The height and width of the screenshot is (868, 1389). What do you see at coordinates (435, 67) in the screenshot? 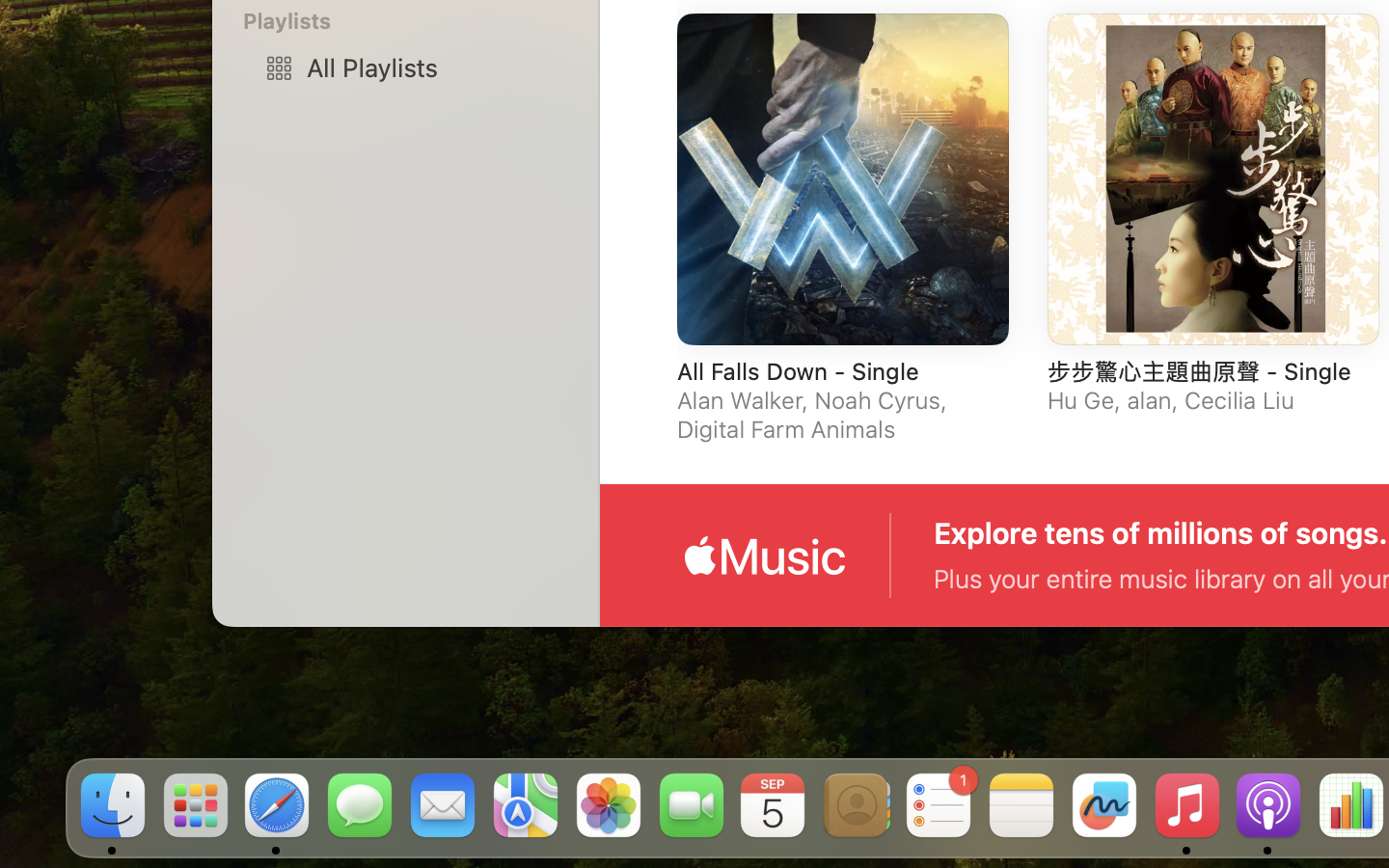
I see `'All Playlists'` at bounding box center [435, 67].